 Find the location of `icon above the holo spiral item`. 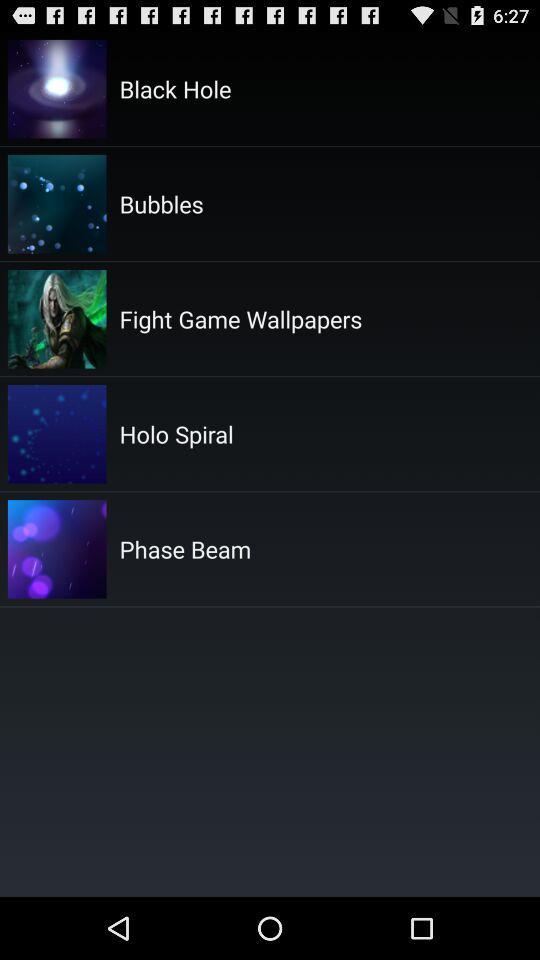

icon above the holo spiral item is located at coordinates (240, 318).